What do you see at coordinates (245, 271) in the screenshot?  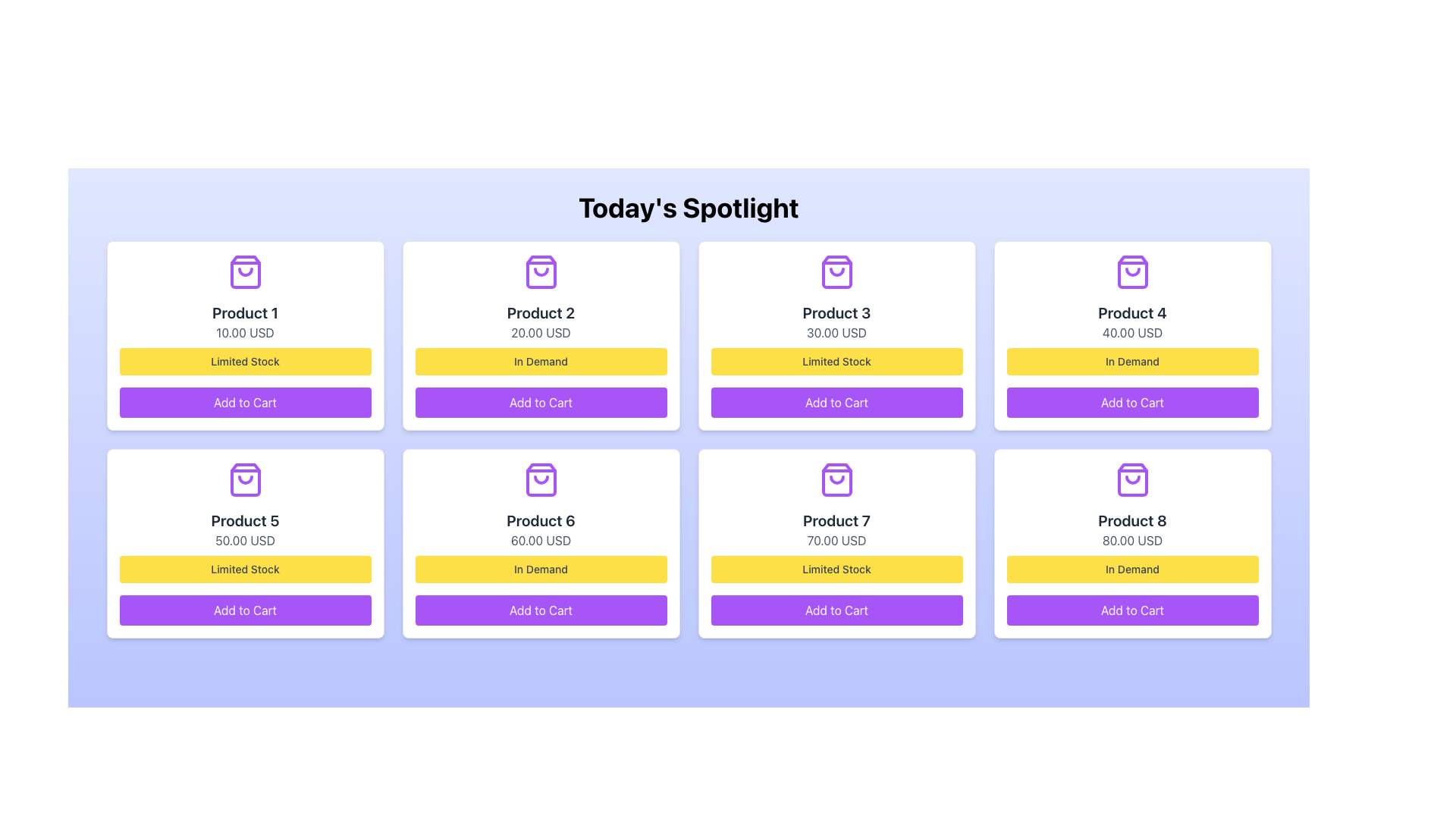 I see `the curved handle-like shape of the purple shopping bag icon located at the center-top of the 'Product 1' card` at bounding box center [245, 271].